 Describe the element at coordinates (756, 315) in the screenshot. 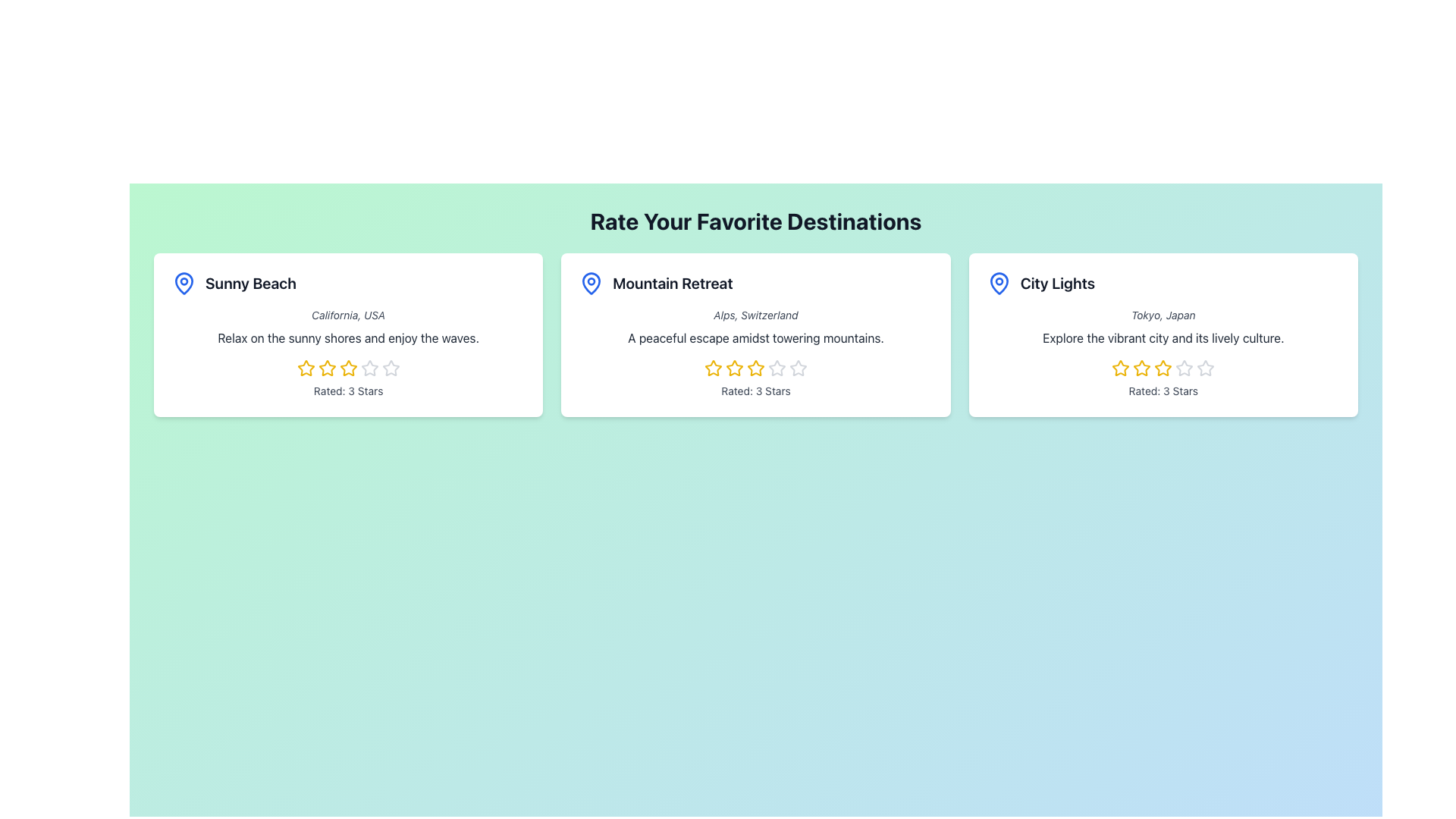

I see `text label displaying 'Alps, Switzerland' in gray color, located below the title 'Mountain Retreat' within the second card of three horizontal cards` at that location.